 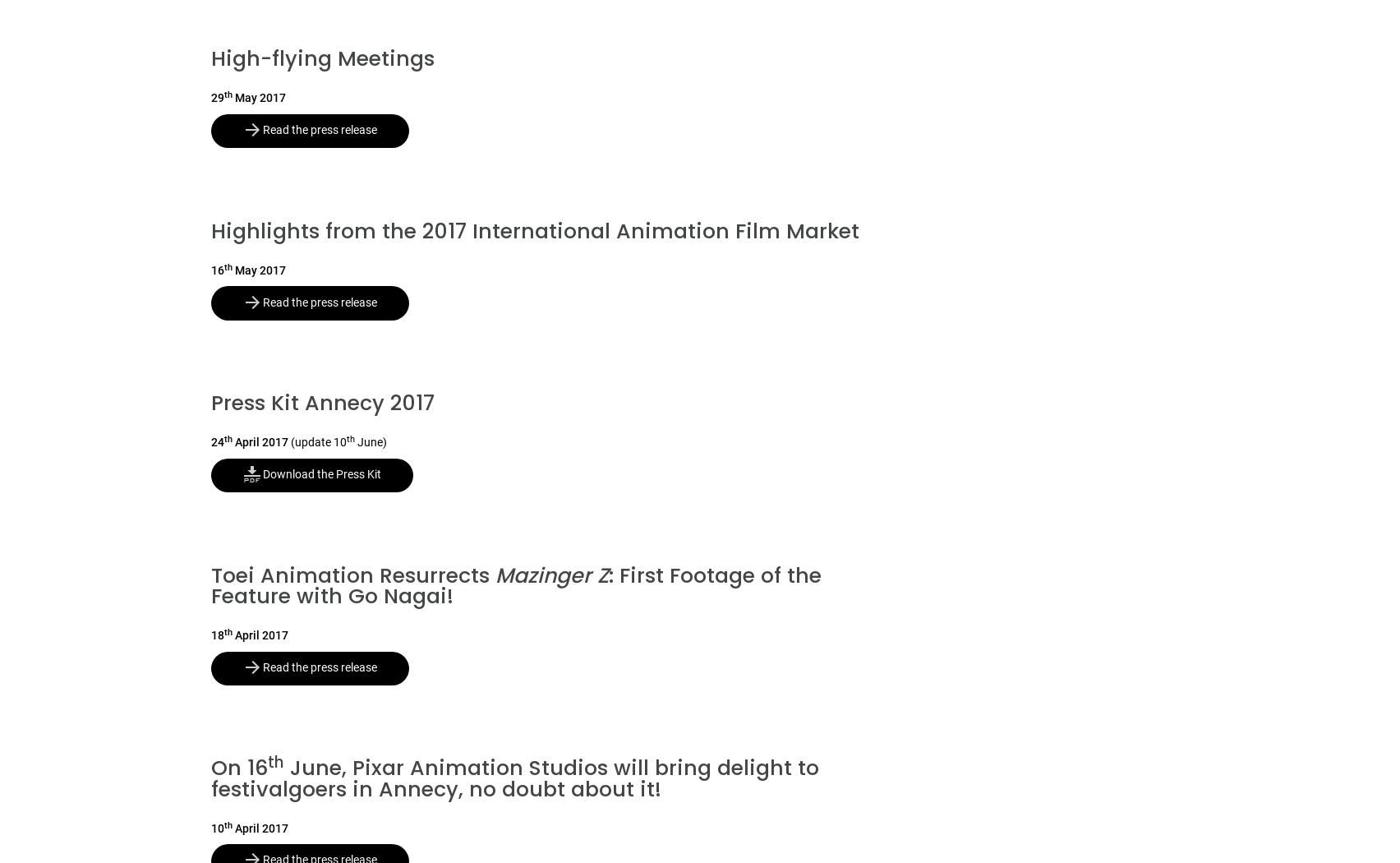 What do you see at coordinates (371, 442) in the screenshot?
I see `'June)'` at bounding box center [371, 442].